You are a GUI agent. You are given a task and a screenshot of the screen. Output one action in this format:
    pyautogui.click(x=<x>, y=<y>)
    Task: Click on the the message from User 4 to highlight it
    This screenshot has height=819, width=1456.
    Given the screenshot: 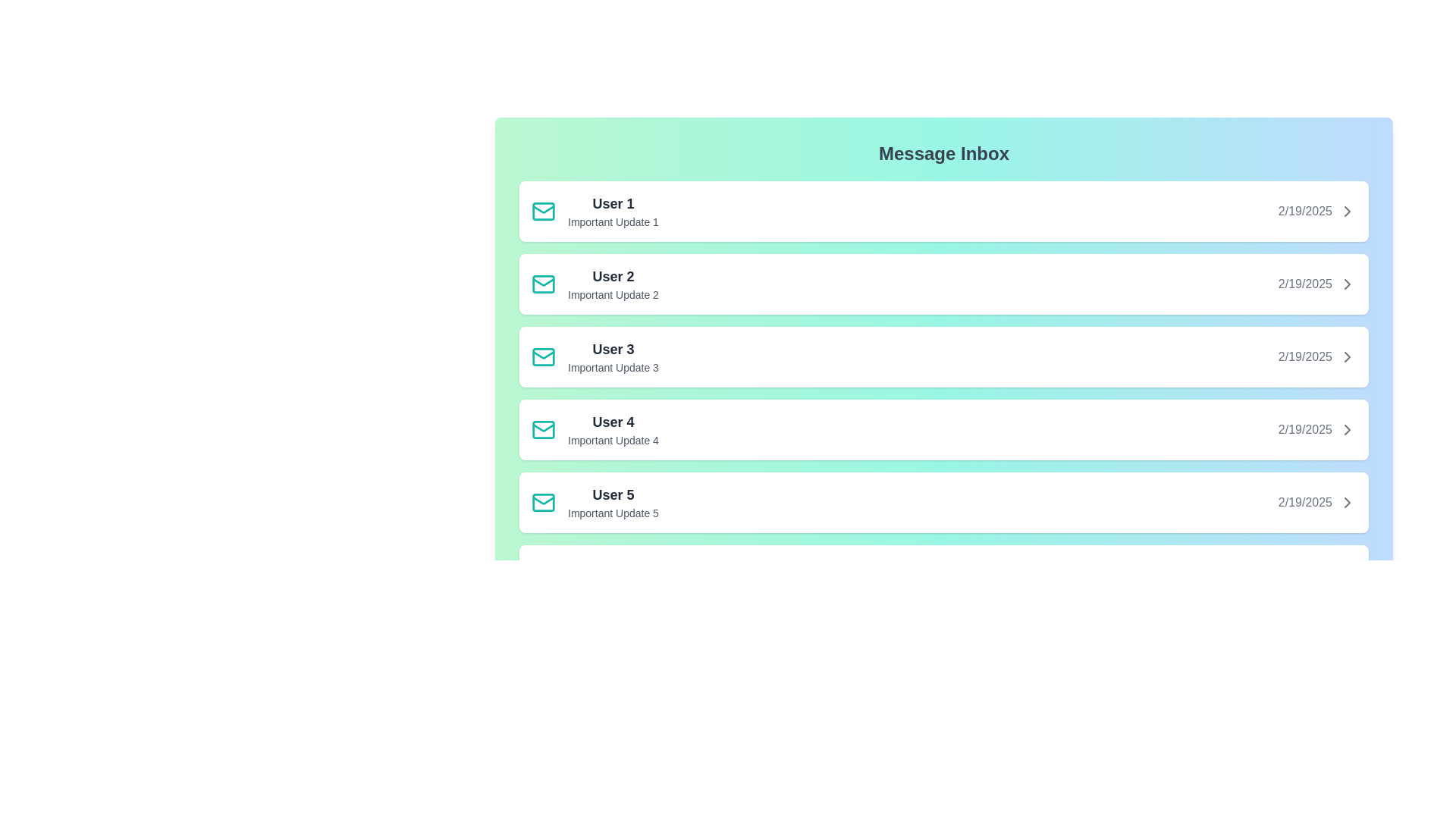 What is the action you would take?
    pyautogui.click(x=943, y=430)
    